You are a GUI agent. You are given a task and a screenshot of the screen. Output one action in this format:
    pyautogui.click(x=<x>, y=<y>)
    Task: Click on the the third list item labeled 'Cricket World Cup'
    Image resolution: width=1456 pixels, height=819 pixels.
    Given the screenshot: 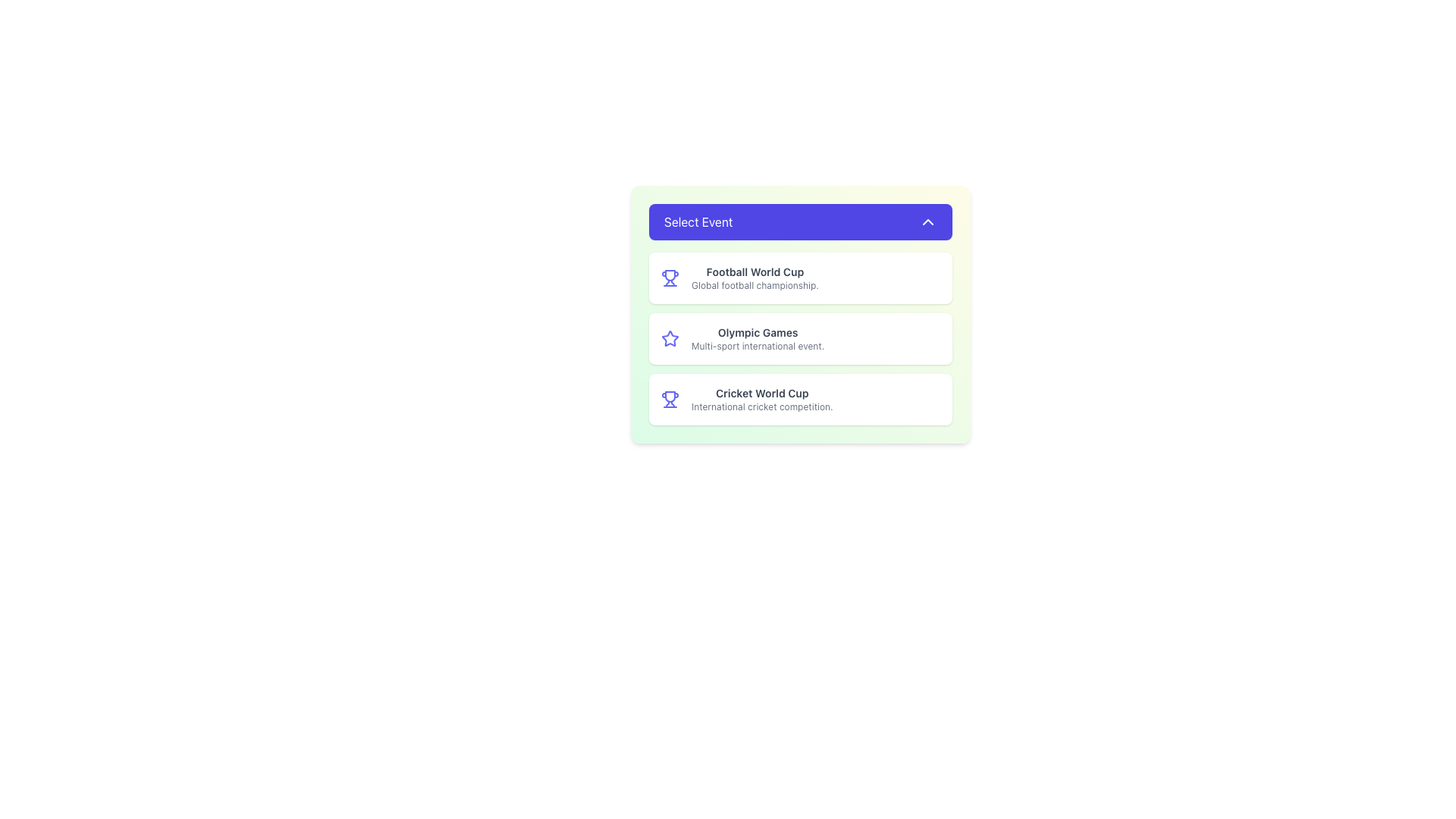 What is the action you would take?
    pyautogui.click(x=761, y=399)
    